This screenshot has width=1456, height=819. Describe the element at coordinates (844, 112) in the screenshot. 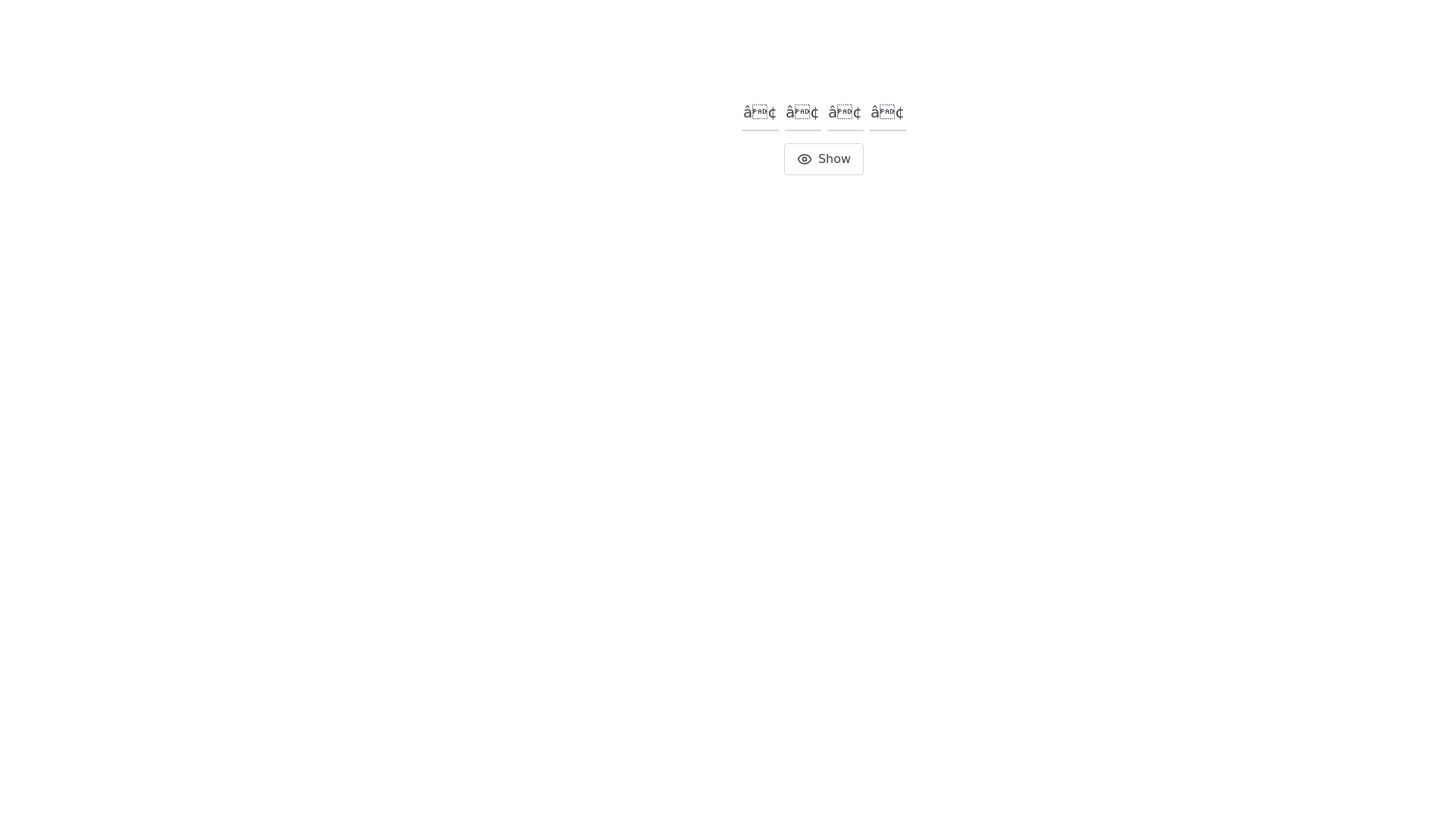

I see `the third input field, which is a square text input box with a placeholder 'â€¢' in bold font, to focus on it` at that location.